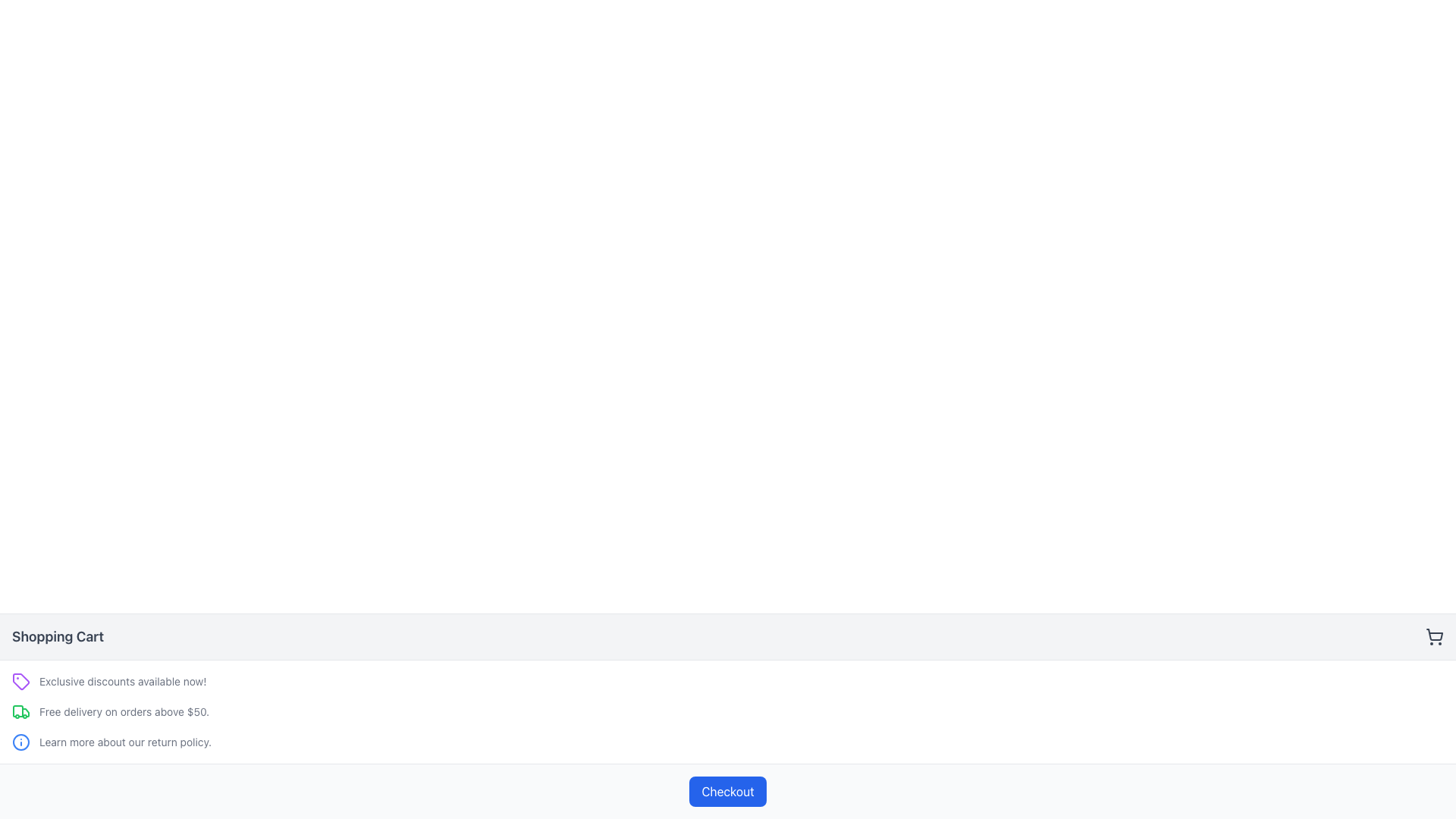  Describe the element at coordinates (58, 637) in the screenshot. I see `the shopping cart section title Text Label located at the top of the central section of the page` at that location.